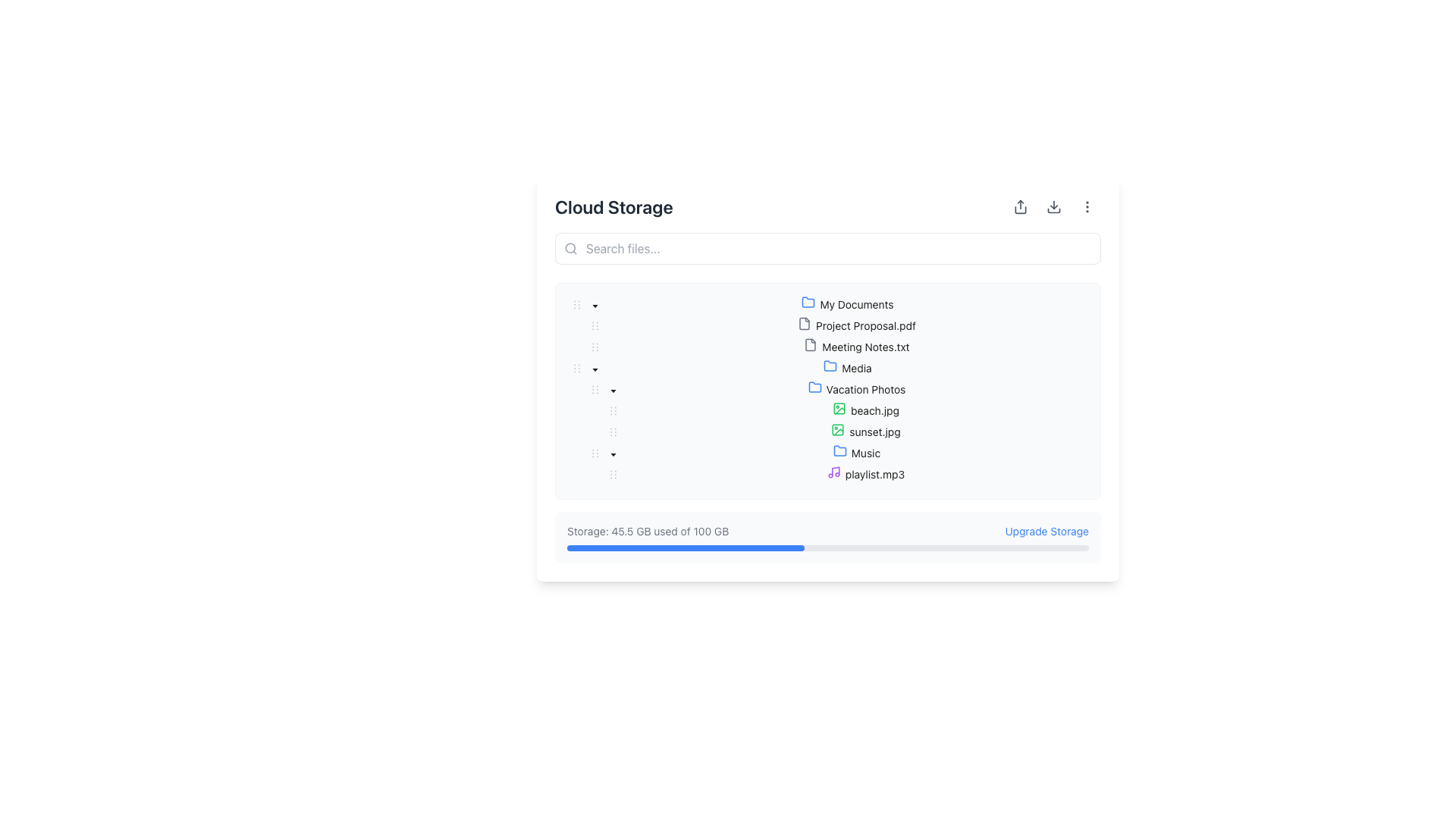 Image resolution: width=1456 pixels, height=819 pixels. What do you see at coordinates (866, 347) in the screenshot?
I see `the 'Meeting Notes.txt' text label element from its position in the file tree` at bounding box center [866, 347].